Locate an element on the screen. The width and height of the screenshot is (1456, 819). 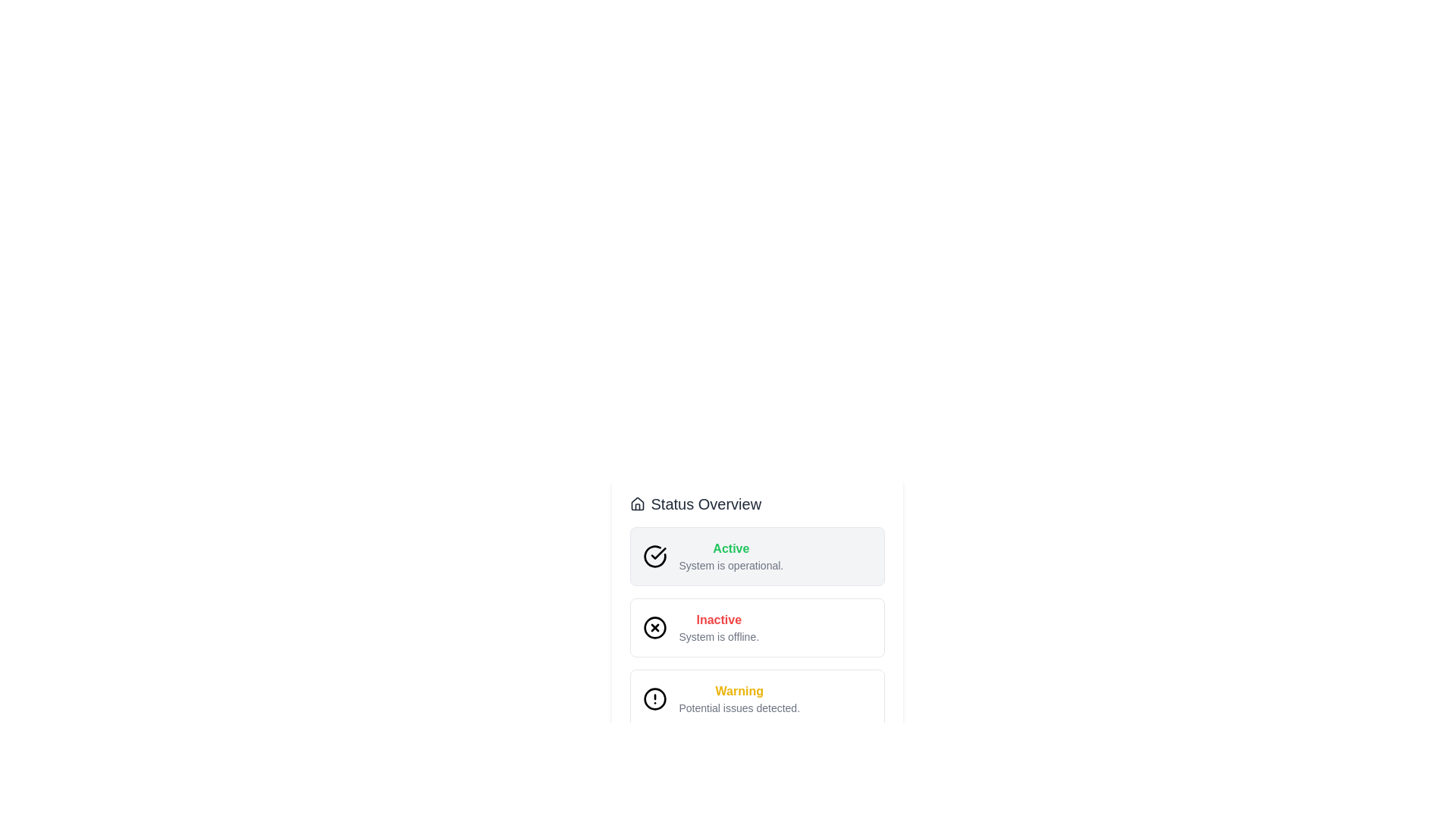
the text label displaying 'System is operational.' located directly below the green 'Active' label in the 'Active' status section is located at coordinates (731, 565).